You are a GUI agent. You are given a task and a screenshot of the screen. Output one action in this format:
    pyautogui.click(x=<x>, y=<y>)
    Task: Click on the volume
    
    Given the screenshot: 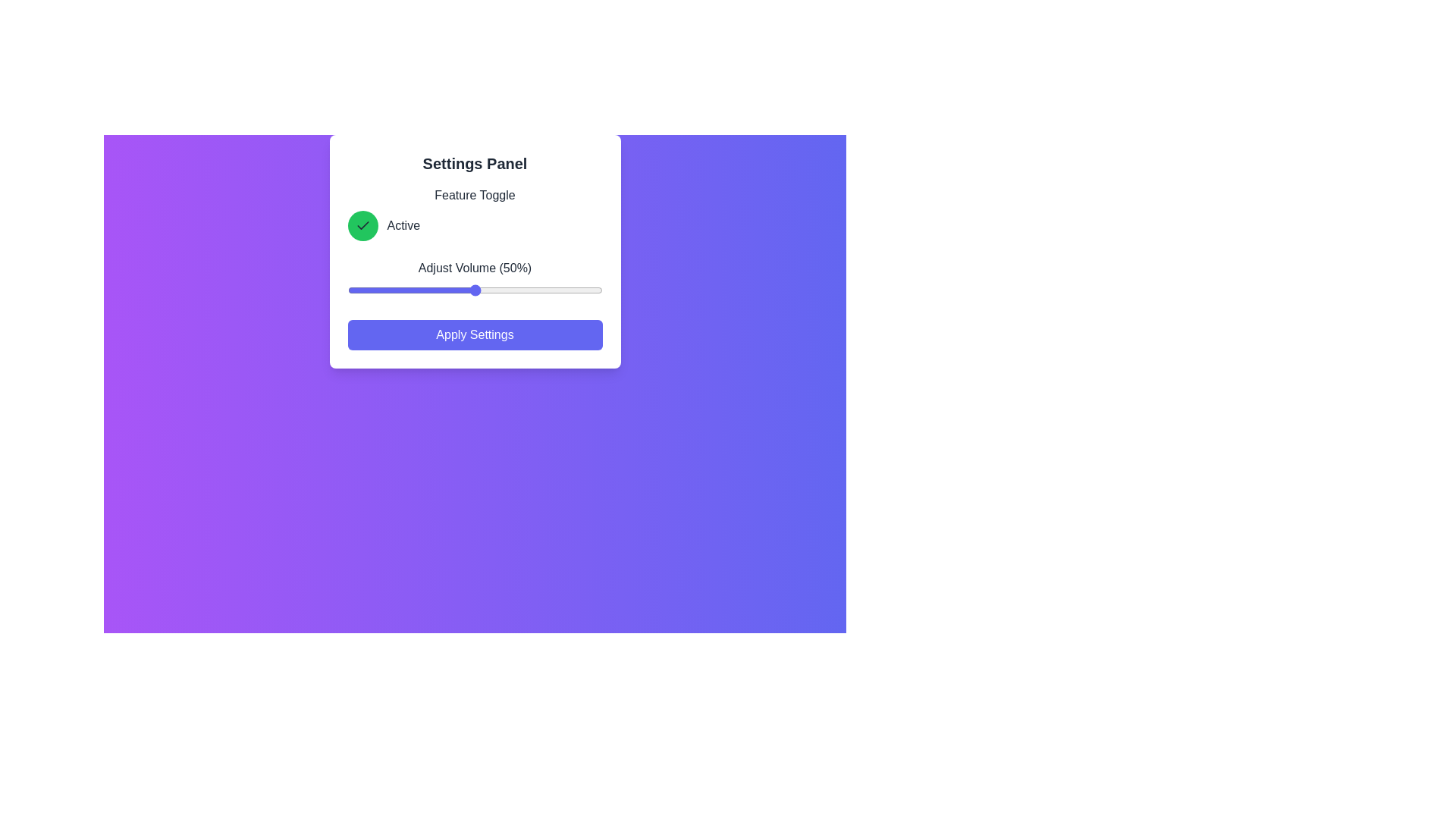 What is the action you would take?
    pyautogui.click(x=419, y=290)
    